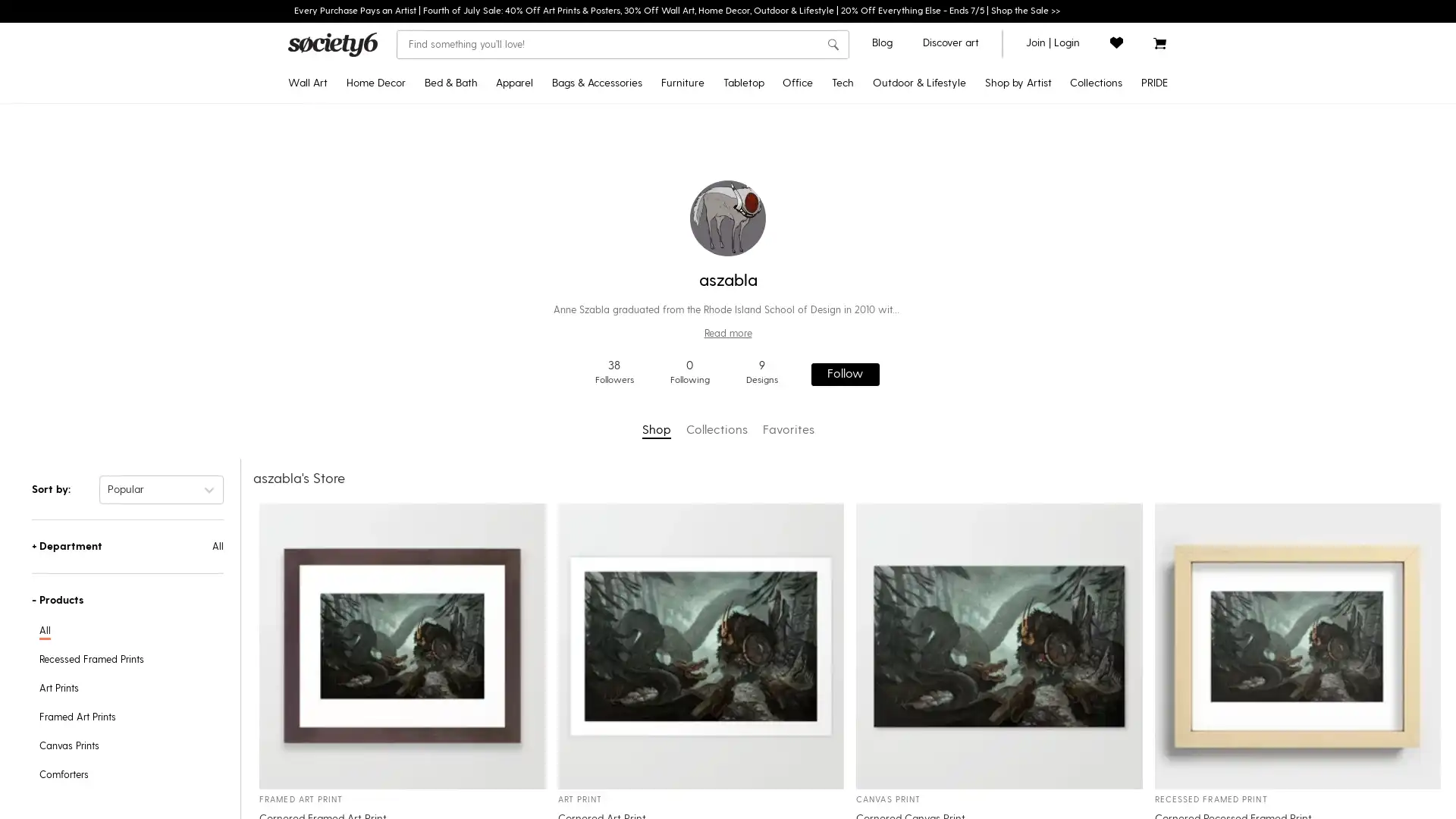 Image resolution: width=1456 pixels, height=819 pixels. Describe the element at coordinates (835, 121) in the screenshot. I see `Desk MatsNEW` at that location.